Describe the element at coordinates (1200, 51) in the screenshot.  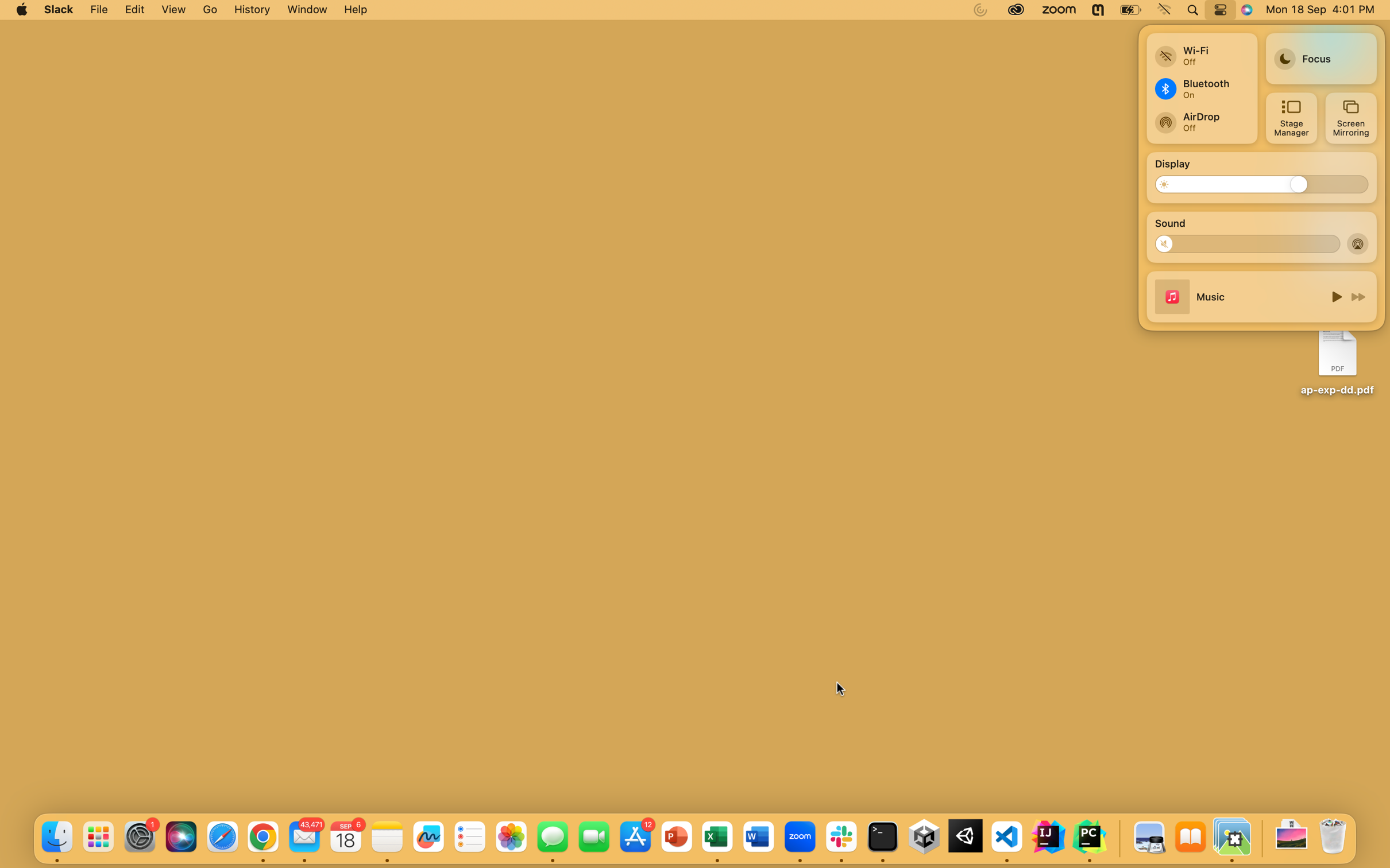
I see `Invert the wifi and bluetooth selection options` at that location.